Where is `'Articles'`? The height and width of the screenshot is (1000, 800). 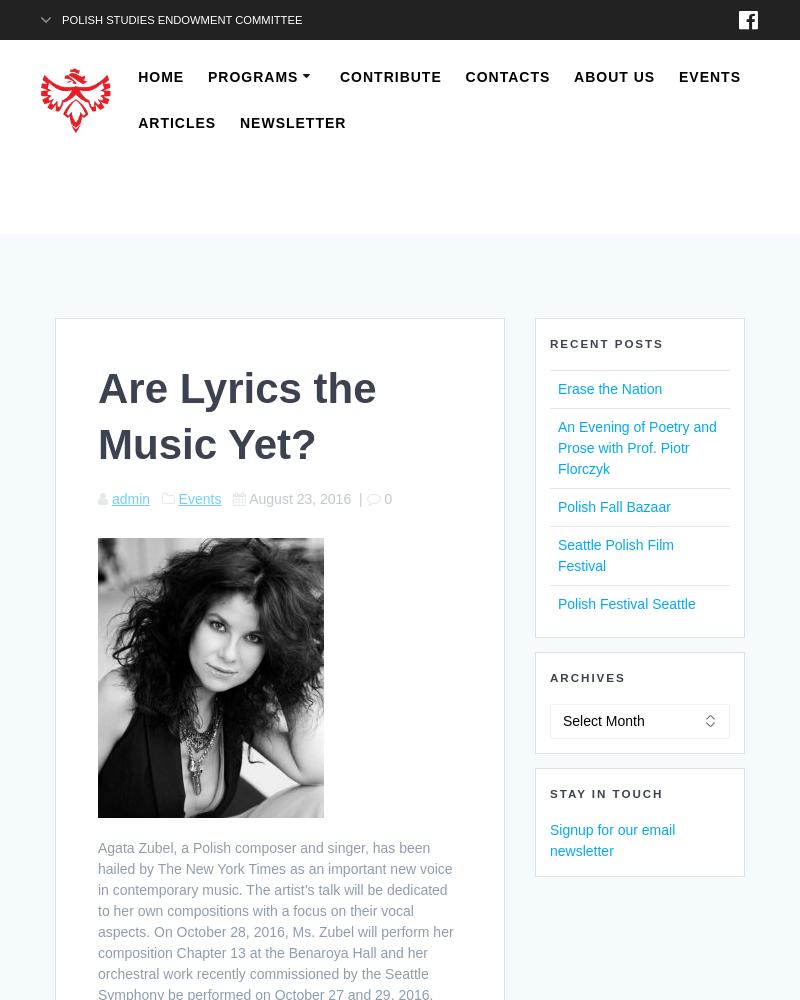
'Articles' is located at coordinates (176, 122).